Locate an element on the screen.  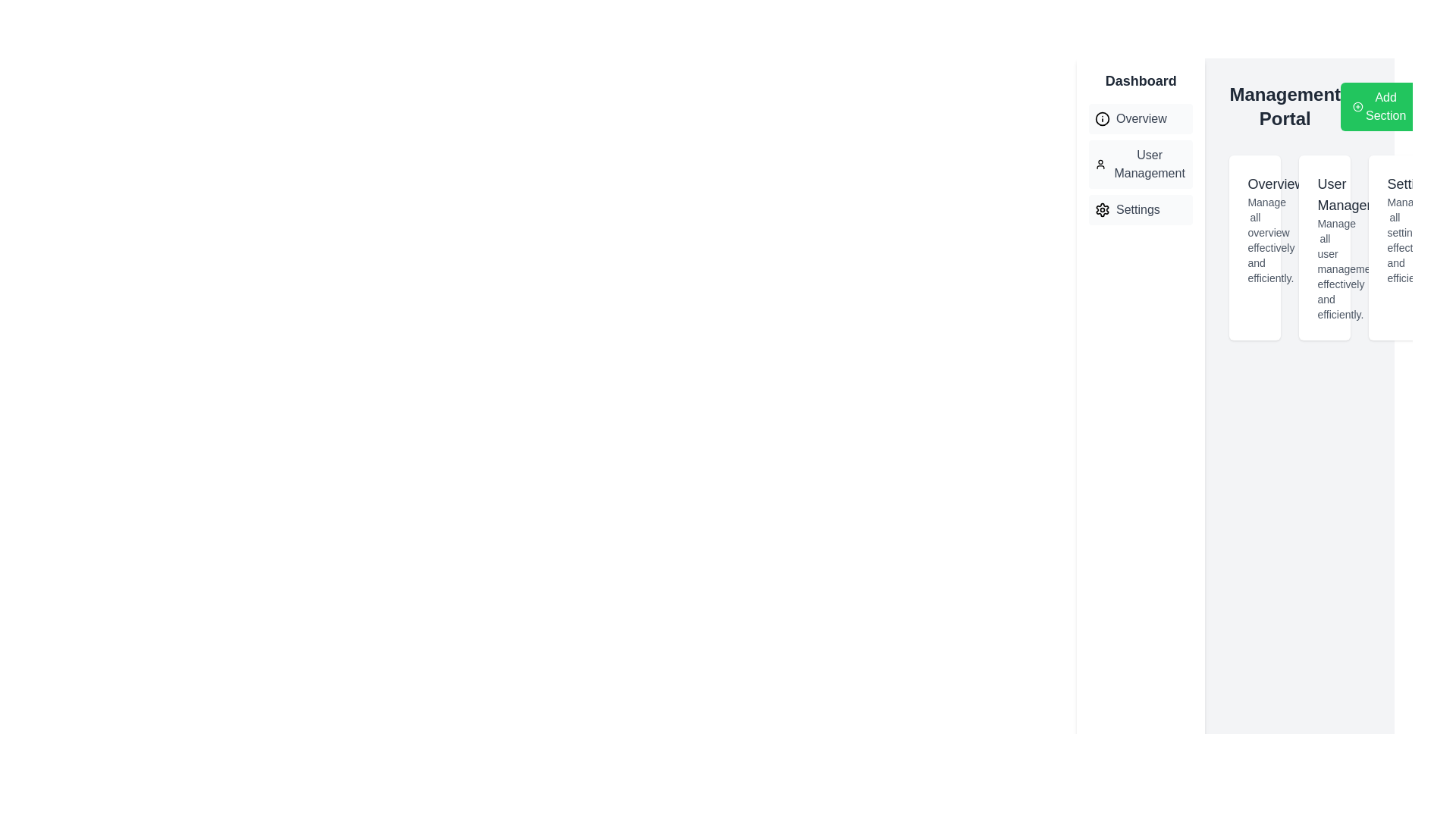
the 'User Management' text label which serves as a navigation option between 'Overview' and 'Settings' is located at coordinates (1150, 164).